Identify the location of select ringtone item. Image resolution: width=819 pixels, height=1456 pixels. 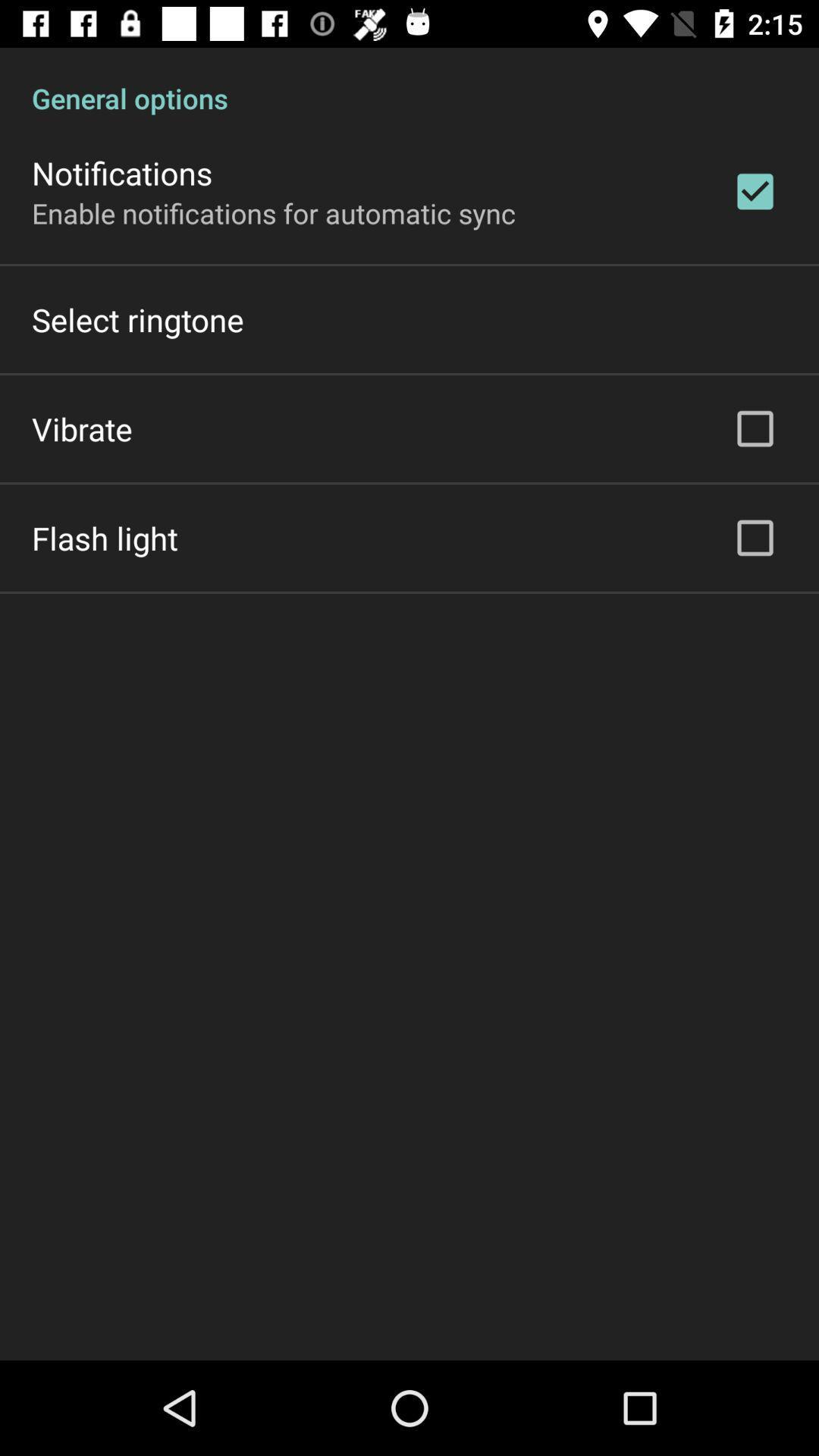
(137, 318).